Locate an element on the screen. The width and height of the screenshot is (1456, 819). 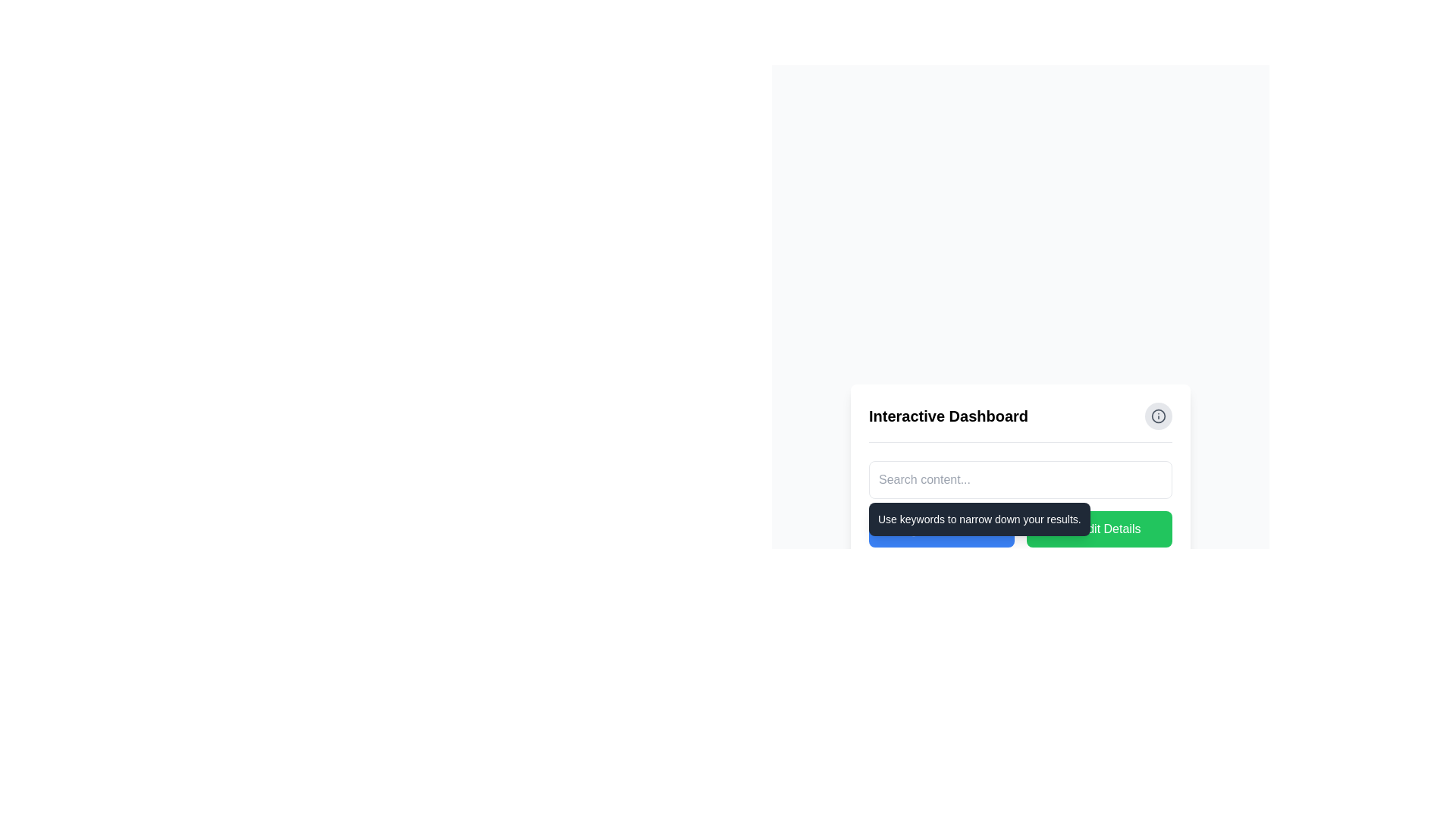
the tooltip located directly below the search input box, which provides guidance about its functionality is located at coordinates (979, 518).